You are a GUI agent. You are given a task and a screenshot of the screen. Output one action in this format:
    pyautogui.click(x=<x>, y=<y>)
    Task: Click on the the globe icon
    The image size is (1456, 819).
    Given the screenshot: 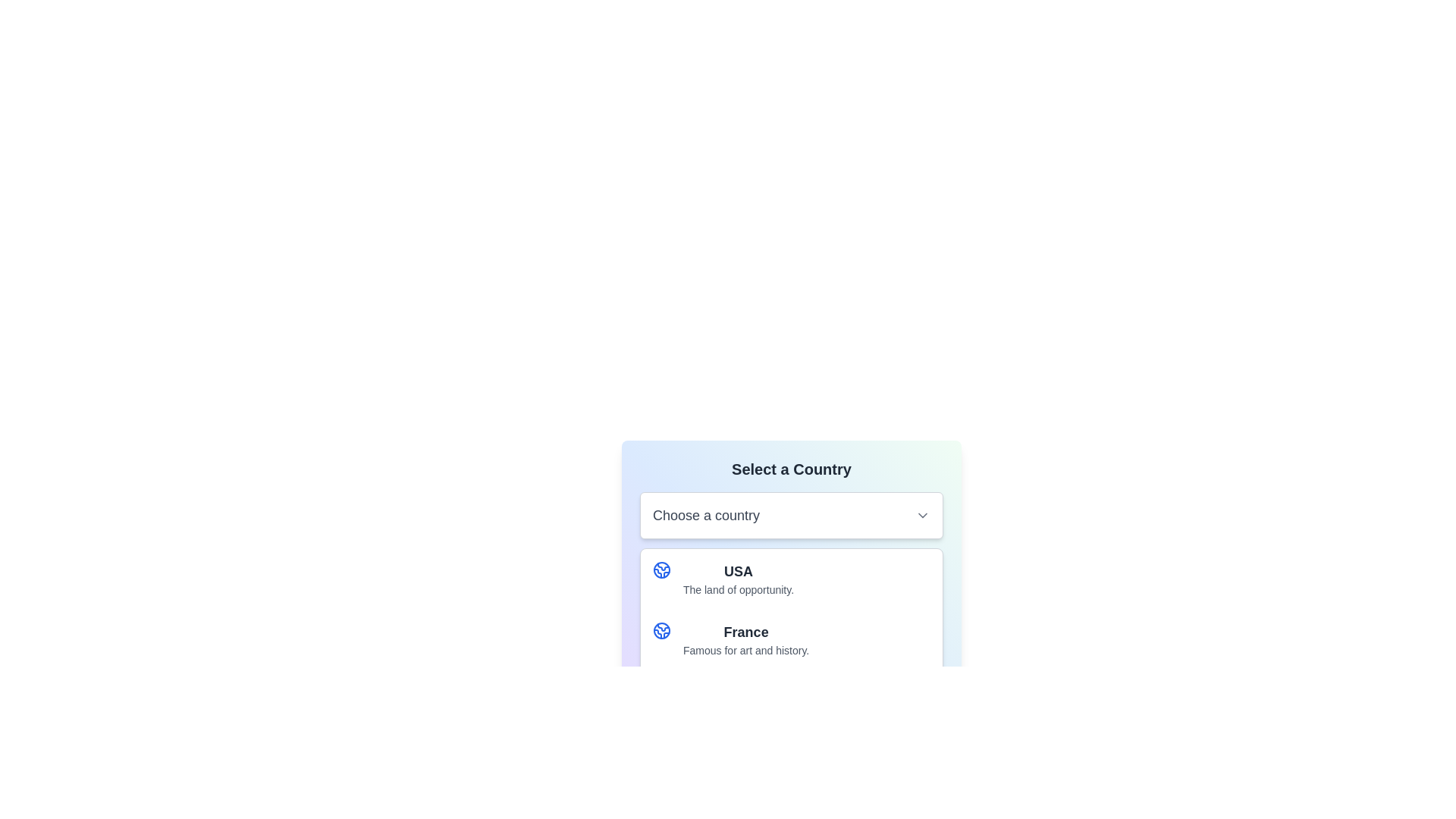 What is the action you would take?
    pyautogui.click(x=662, y=631)
    